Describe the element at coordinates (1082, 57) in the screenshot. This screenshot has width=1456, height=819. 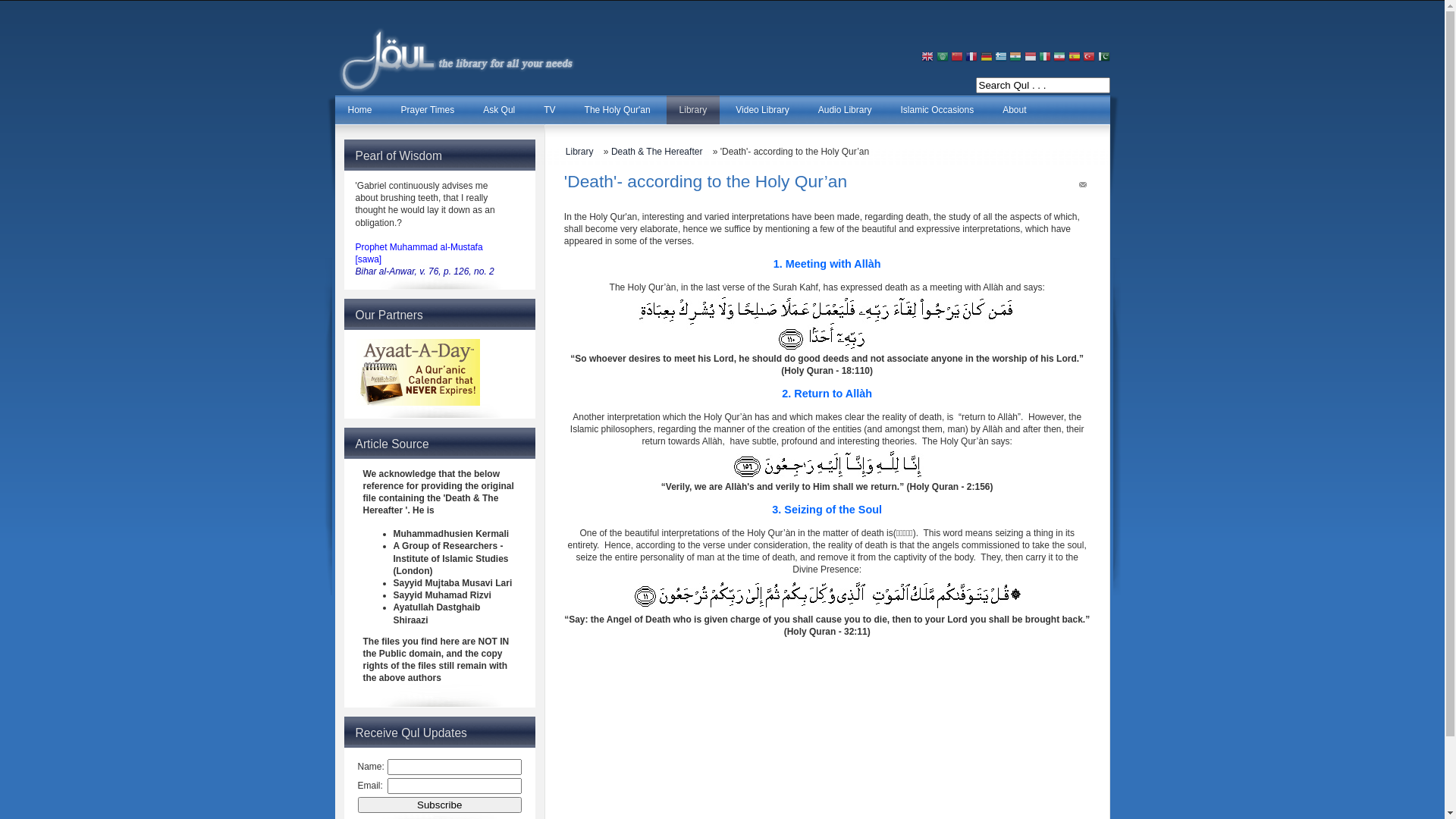
I see `'Turkish'` at that location.